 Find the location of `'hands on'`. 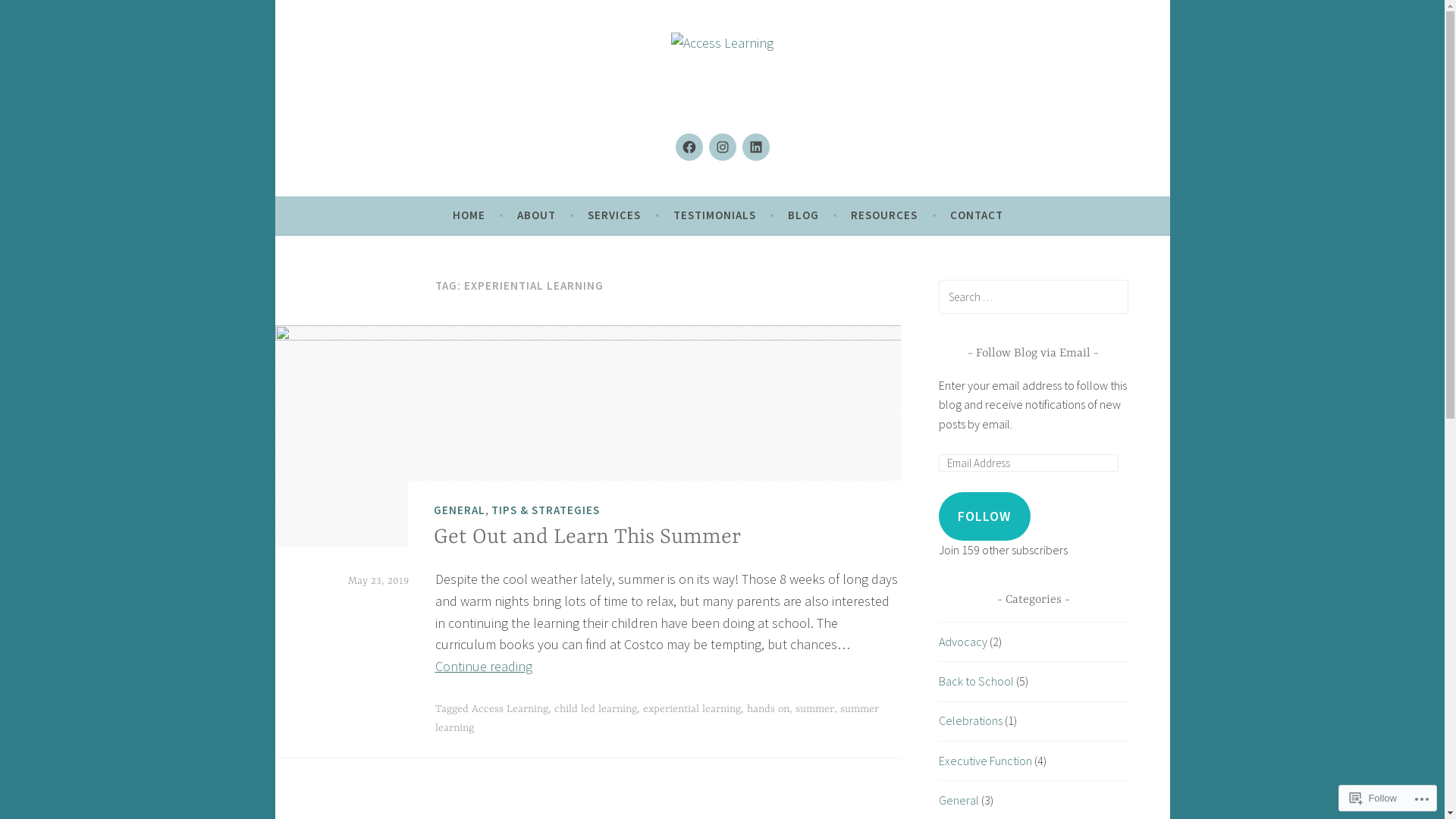

'hands on' is located at coordinates (745, 708).